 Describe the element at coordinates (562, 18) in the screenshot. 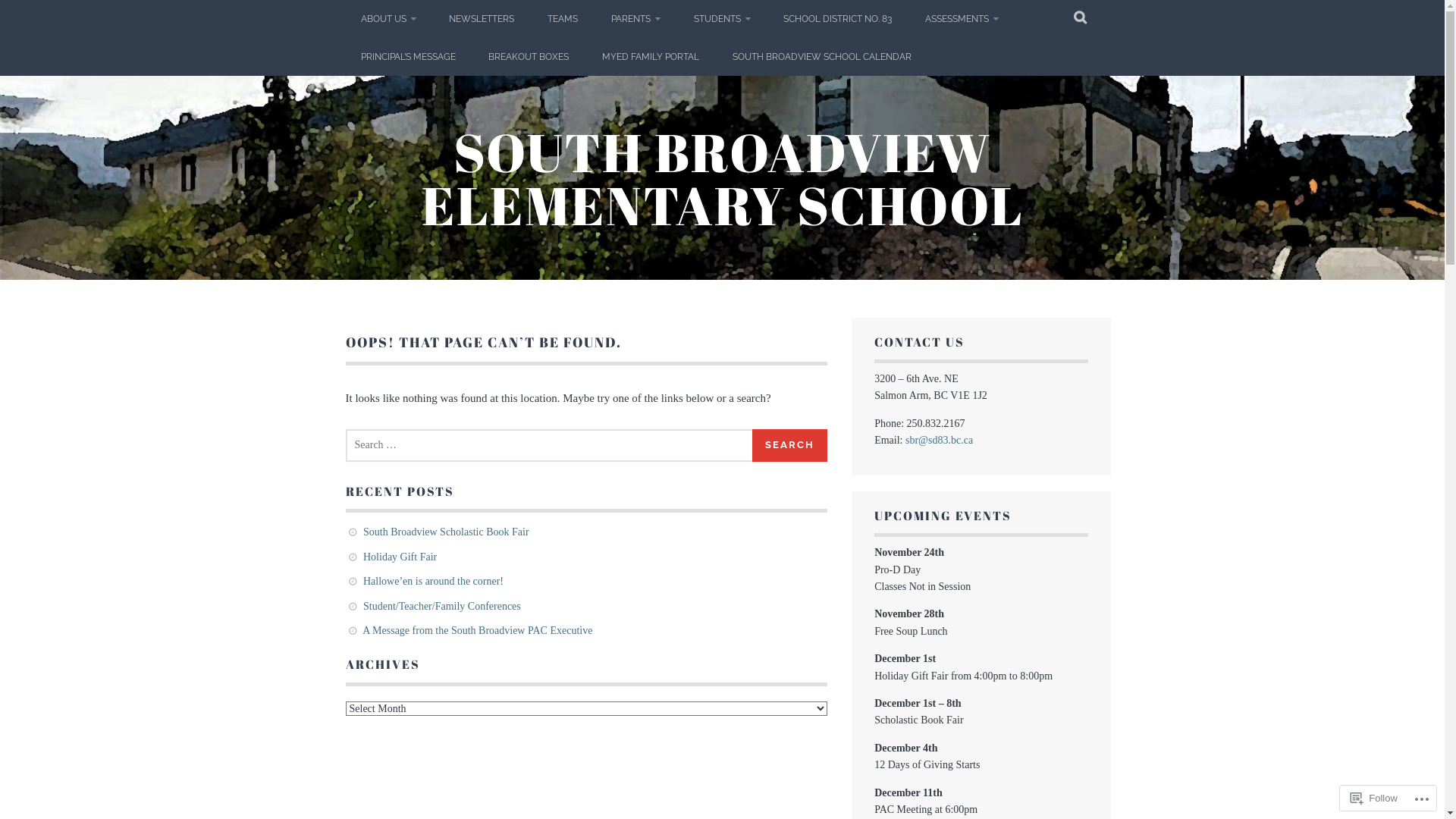

I see `'TEAMS'` at that location.